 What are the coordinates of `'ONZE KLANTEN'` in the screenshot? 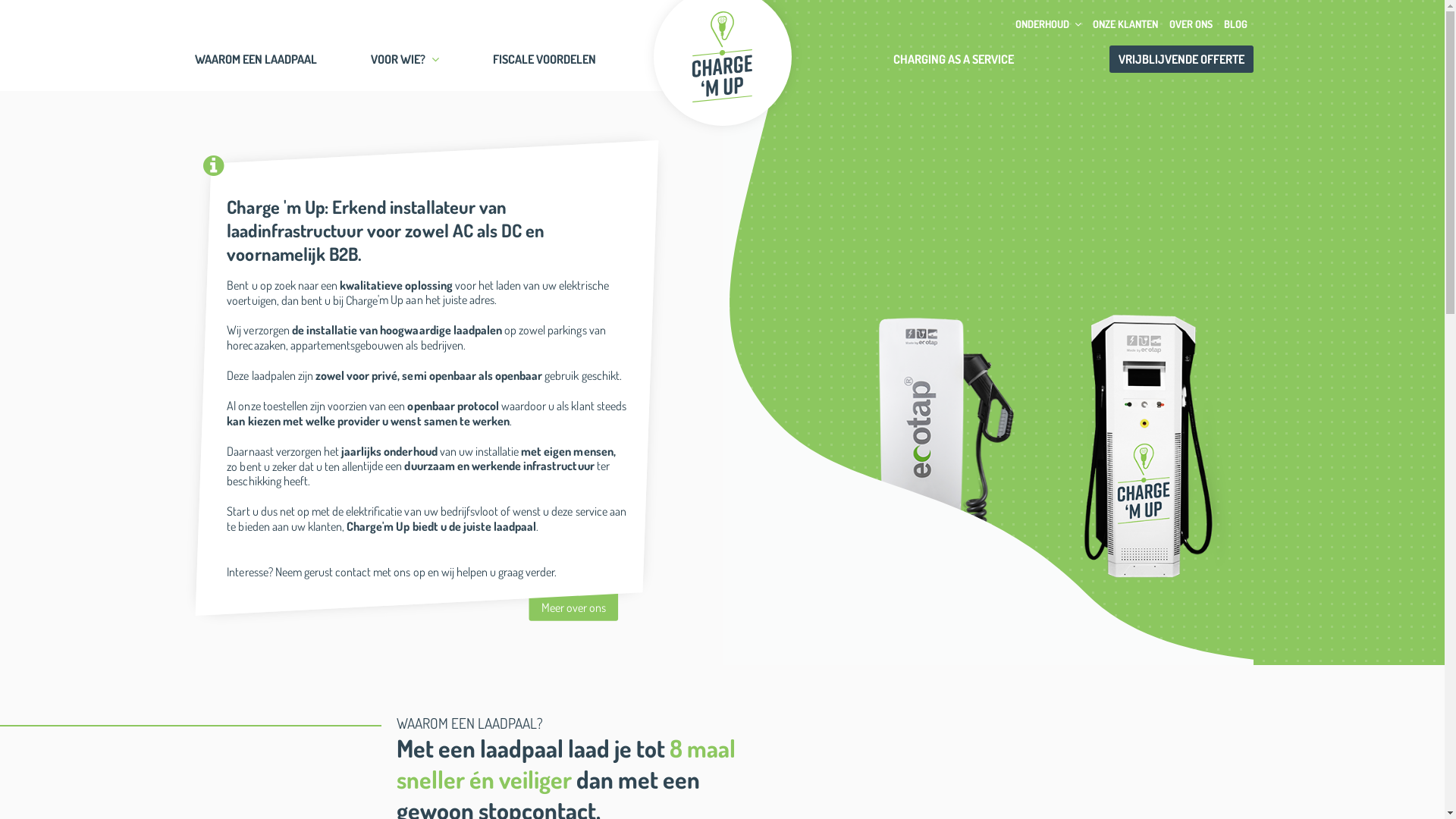 It's located at (1125, 24).